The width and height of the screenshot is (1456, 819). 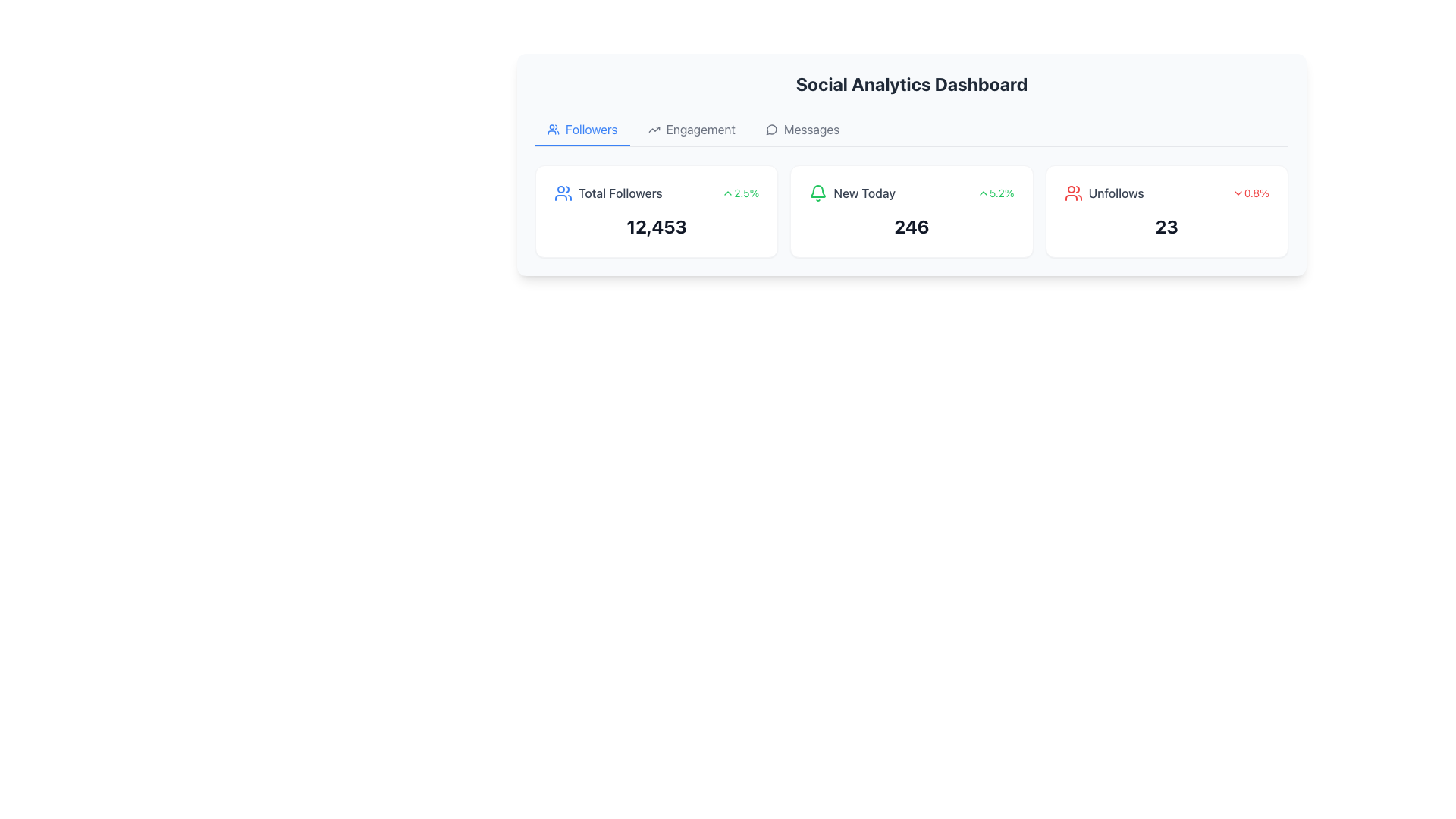 What do you see at coordinates (657, 192) in the screenshot?
I see `information presented in the Data summary header that shows 'Total Followers' with a blue user icon on the left and '2.5%' growth percentage on the right` at bounding box center [657, 192].